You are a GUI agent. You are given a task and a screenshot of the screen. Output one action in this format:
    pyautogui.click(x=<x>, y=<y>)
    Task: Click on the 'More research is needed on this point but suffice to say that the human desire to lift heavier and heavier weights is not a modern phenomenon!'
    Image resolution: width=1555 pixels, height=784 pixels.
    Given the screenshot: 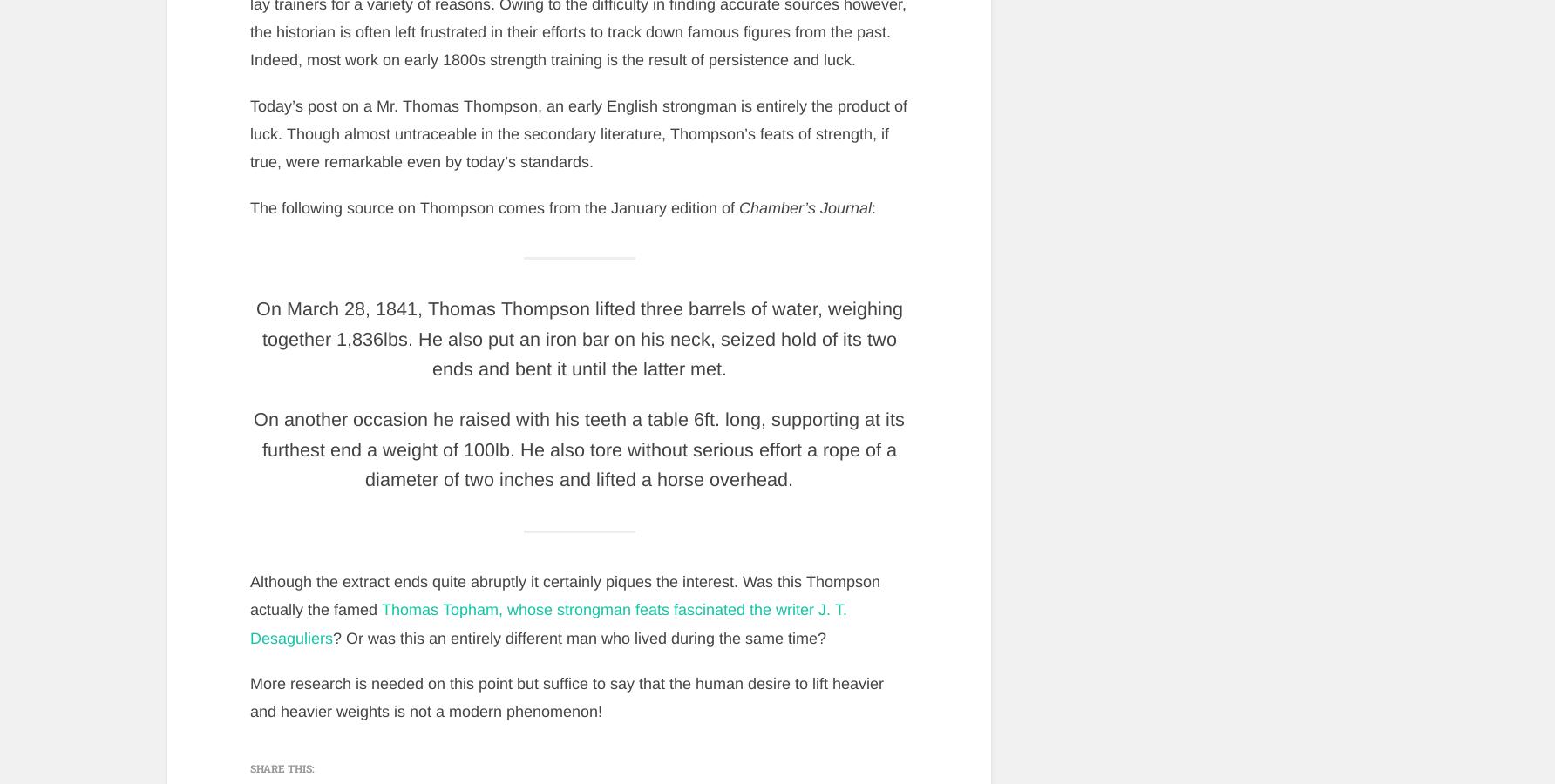 What is the action you would take?
    pyautogui.click(x=248, y=697)
    